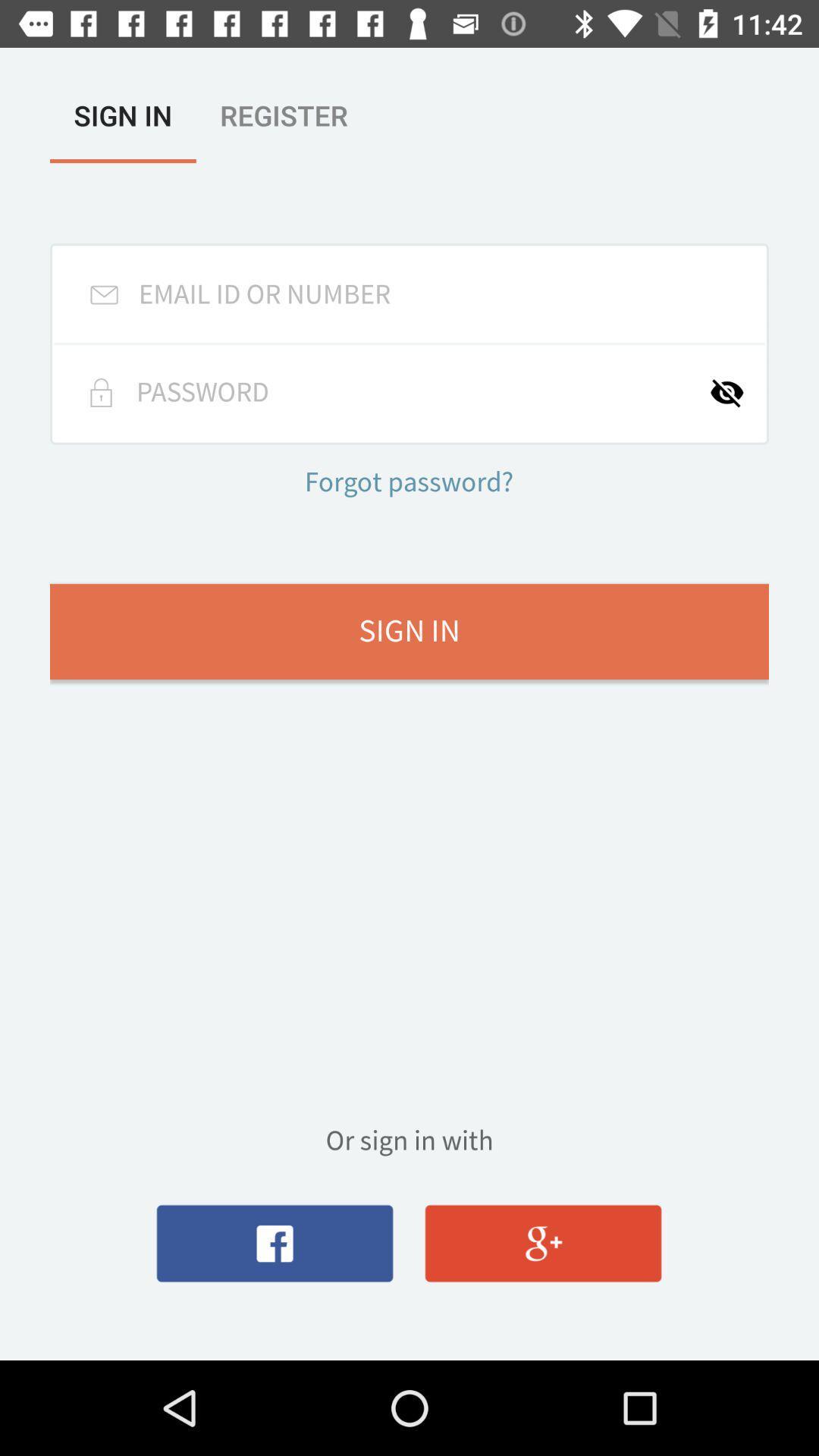 Image resolution: width=819 pixels, height=1456 pixels. Describe the element at coordinates (408, 483) in the screenshot. I see `icon above sign in item` at that location.